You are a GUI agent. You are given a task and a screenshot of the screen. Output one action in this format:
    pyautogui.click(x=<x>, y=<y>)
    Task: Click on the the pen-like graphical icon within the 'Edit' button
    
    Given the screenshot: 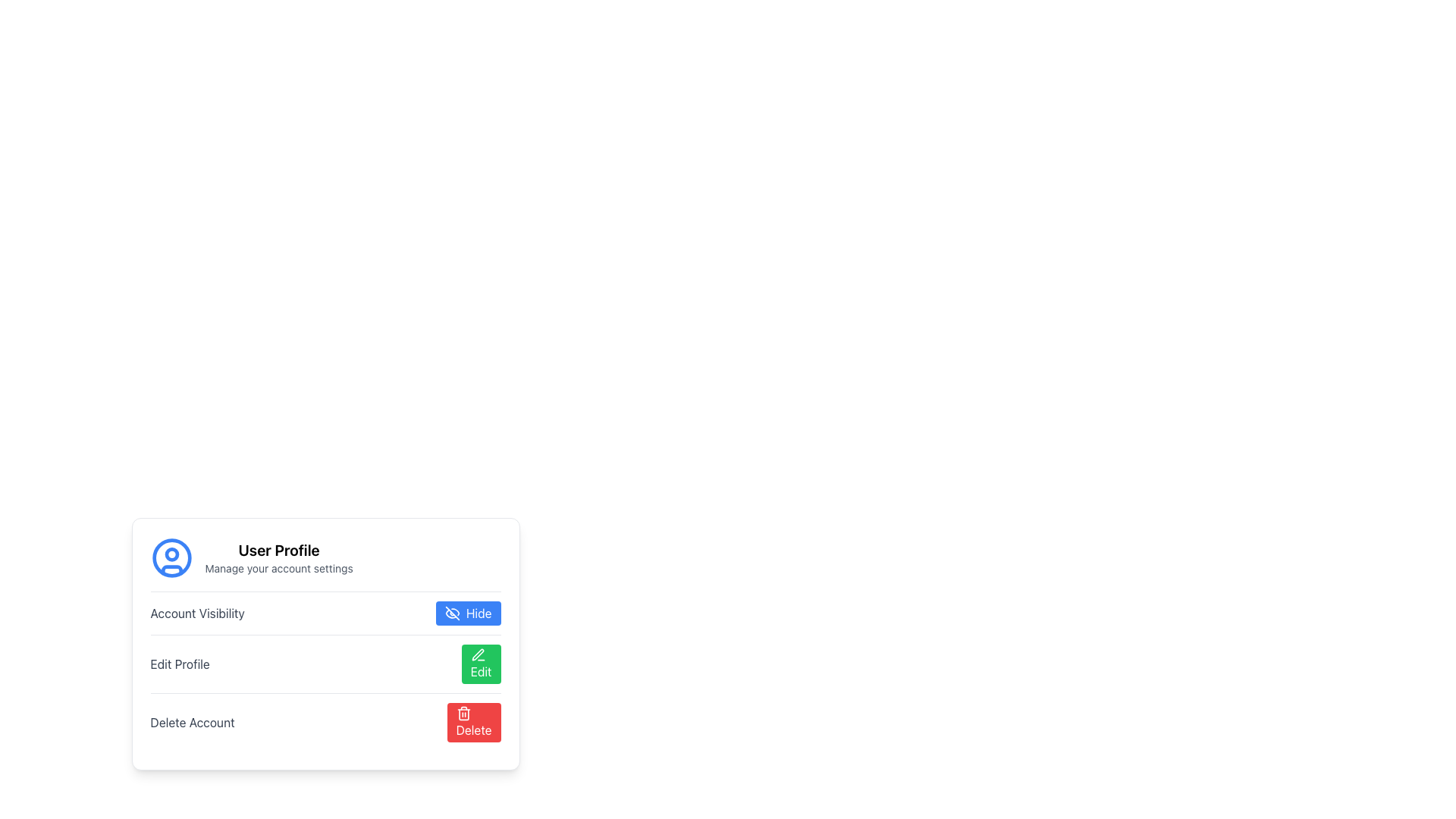 What is the action you would take?
    pyautogui.click(x=477, y=654)
    